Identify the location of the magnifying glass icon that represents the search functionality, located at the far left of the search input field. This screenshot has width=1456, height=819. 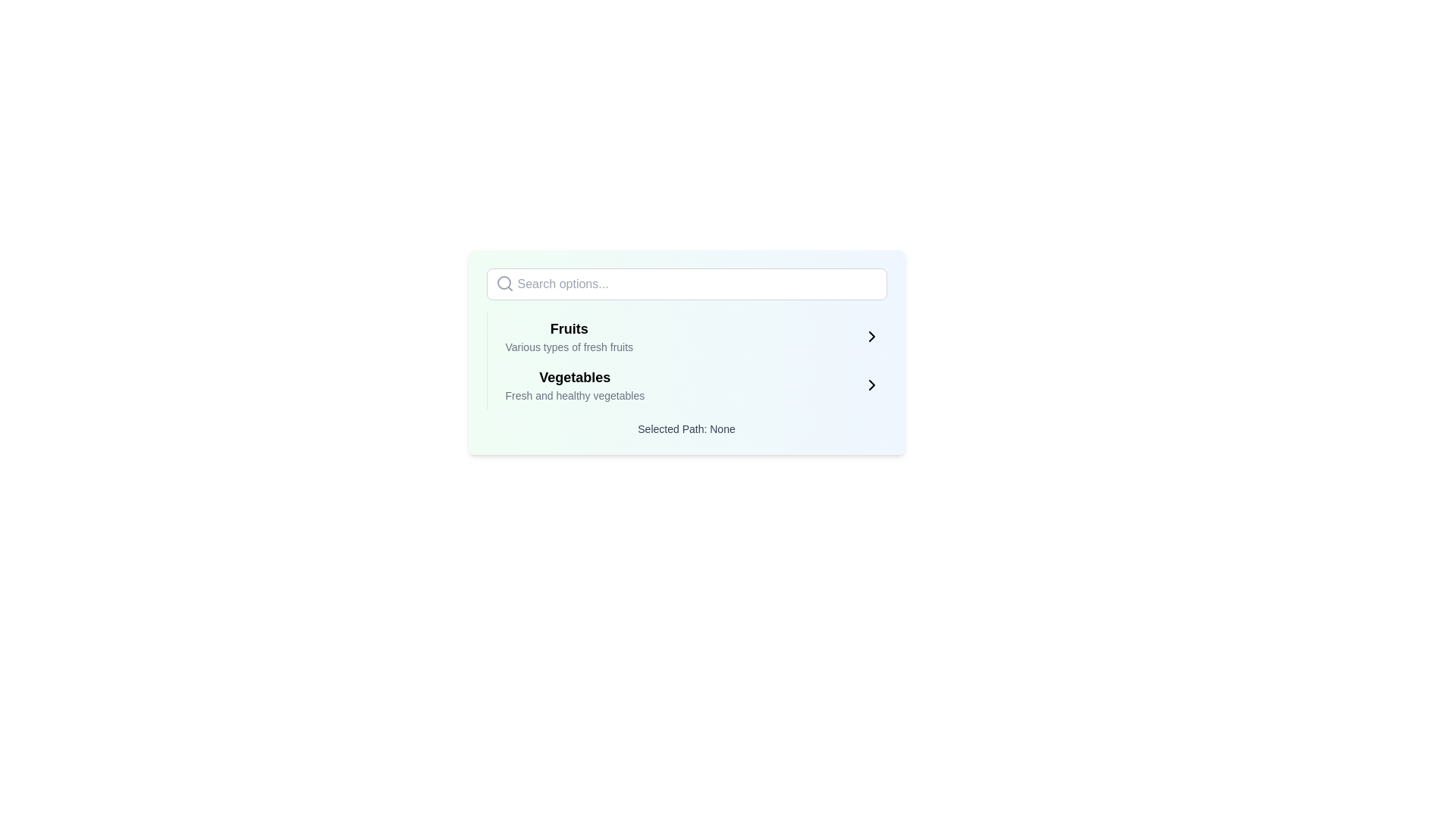
(504, 284).